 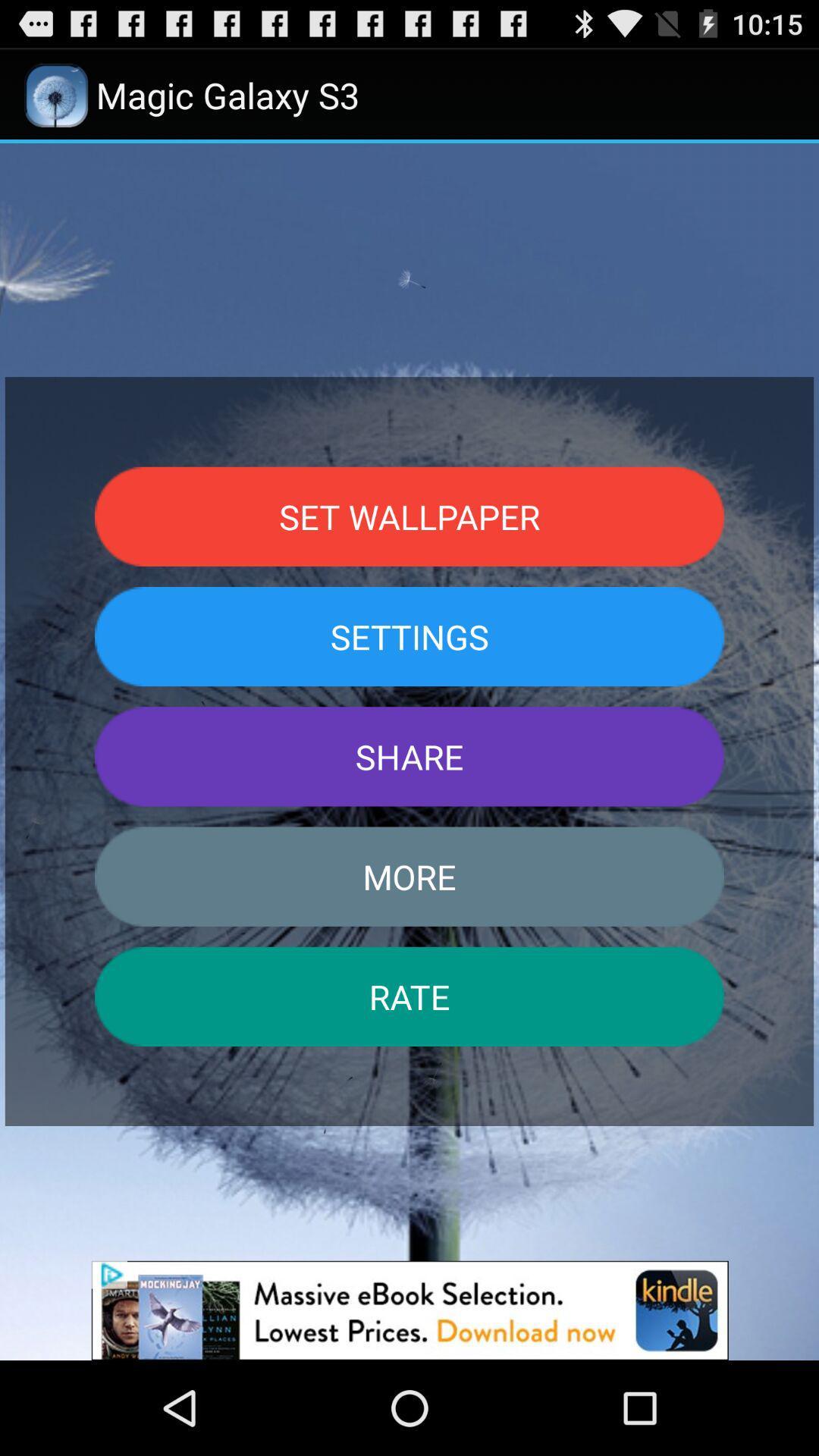 What do you see at coordinates (409, 516) in the screenshot?
I see `item above settings` at bounding box center [409, 516].